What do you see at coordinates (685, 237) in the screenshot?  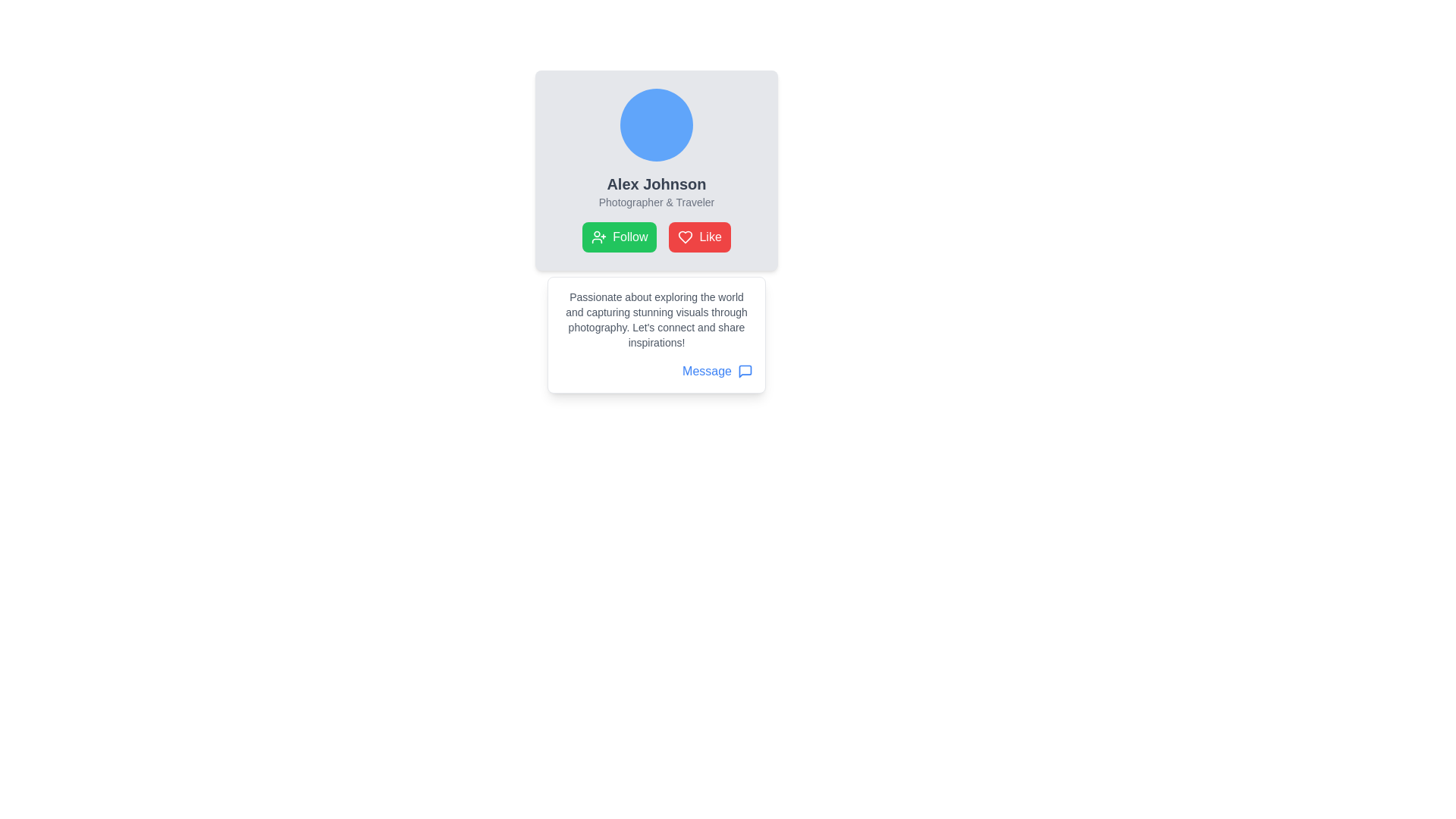 I see `the red heart-shaped icon located within the 'Like' button` at bounding box center [685, 237].